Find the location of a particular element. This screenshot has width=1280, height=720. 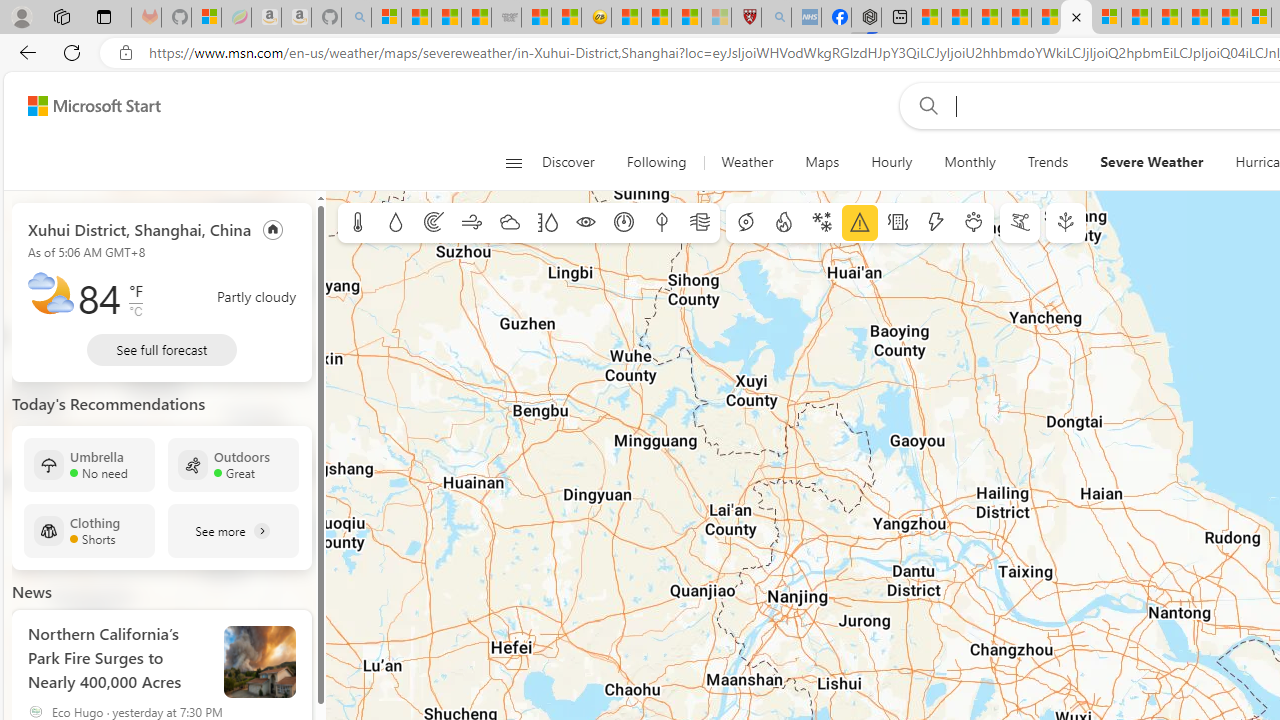

'Trends' is located at coordinates (1046, 162).